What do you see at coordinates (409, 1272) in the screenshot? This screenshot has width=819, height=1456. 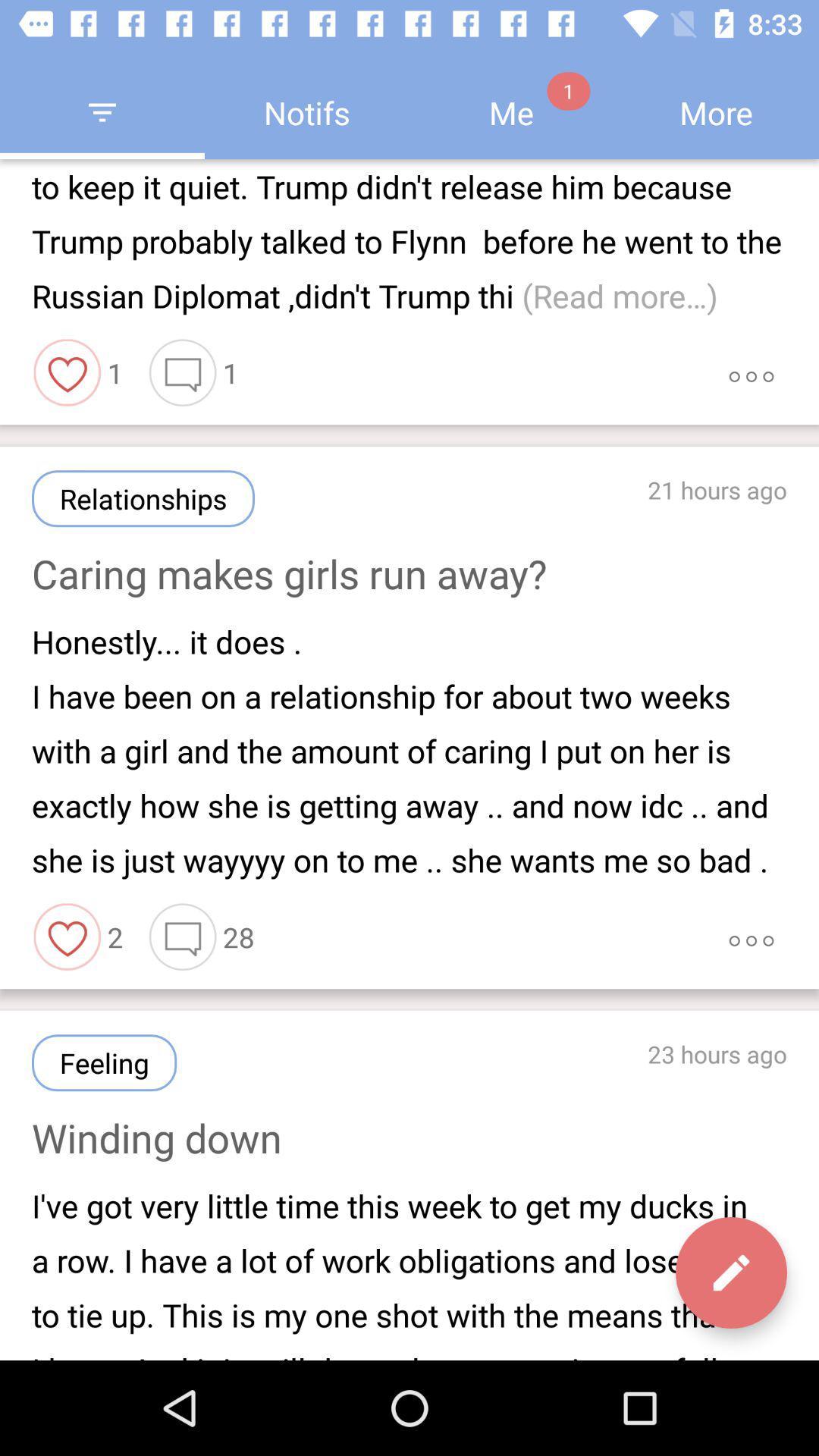 I see `i ve got item` at bounding box center [409, 1272].